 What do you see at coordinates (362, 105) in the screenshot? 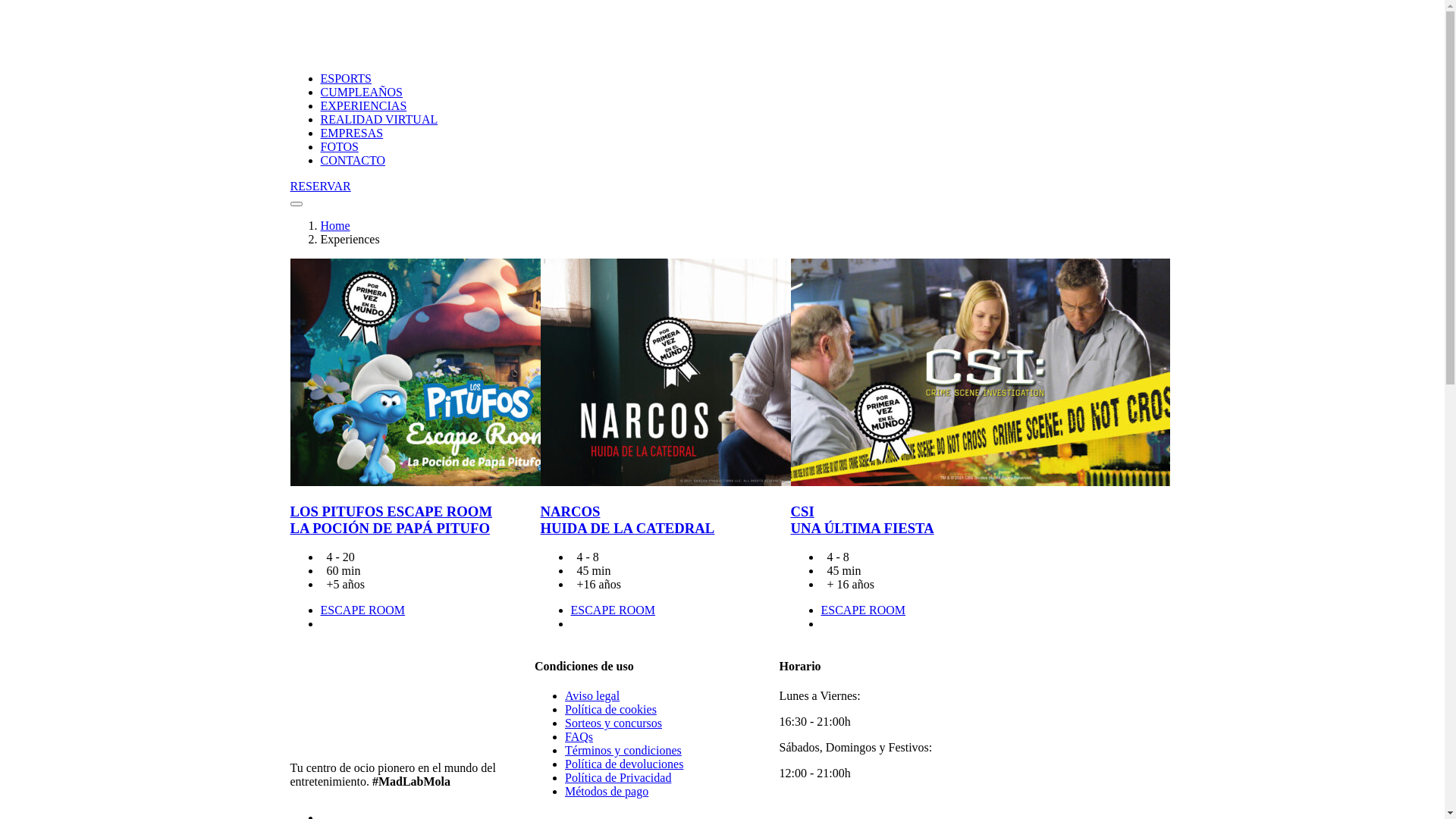
I see `'EXPERIENCIAS'` at bounding box center [362, 105].